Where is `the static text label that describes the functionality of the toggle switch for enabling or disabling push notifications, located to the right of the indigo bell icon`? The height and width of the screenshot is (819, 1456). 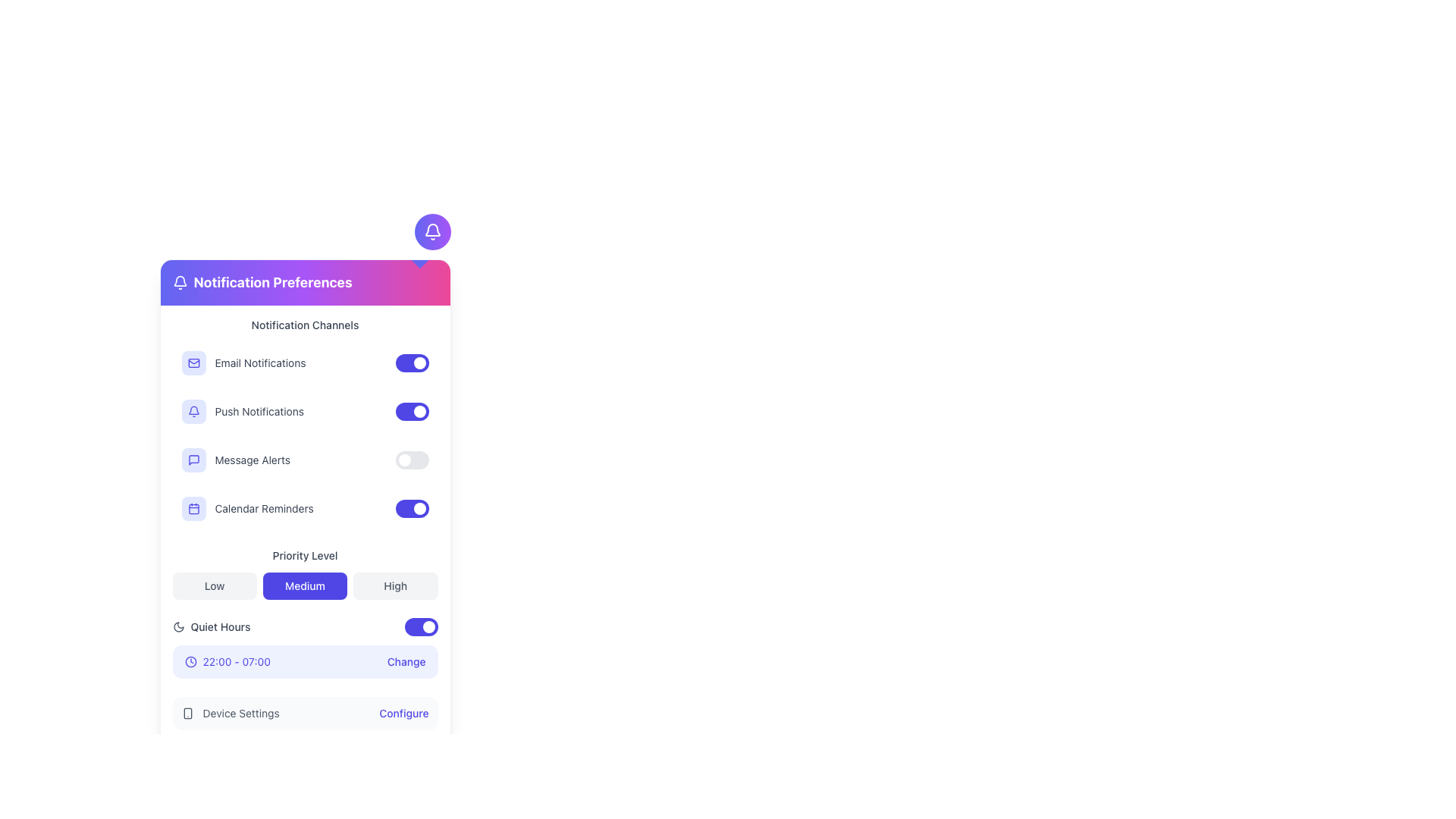
the static text label that describes the functionality of the toggle switch for enabling or disabling push notifications, located to the right of the indigo bell icon is located at coordinates (259, 412).